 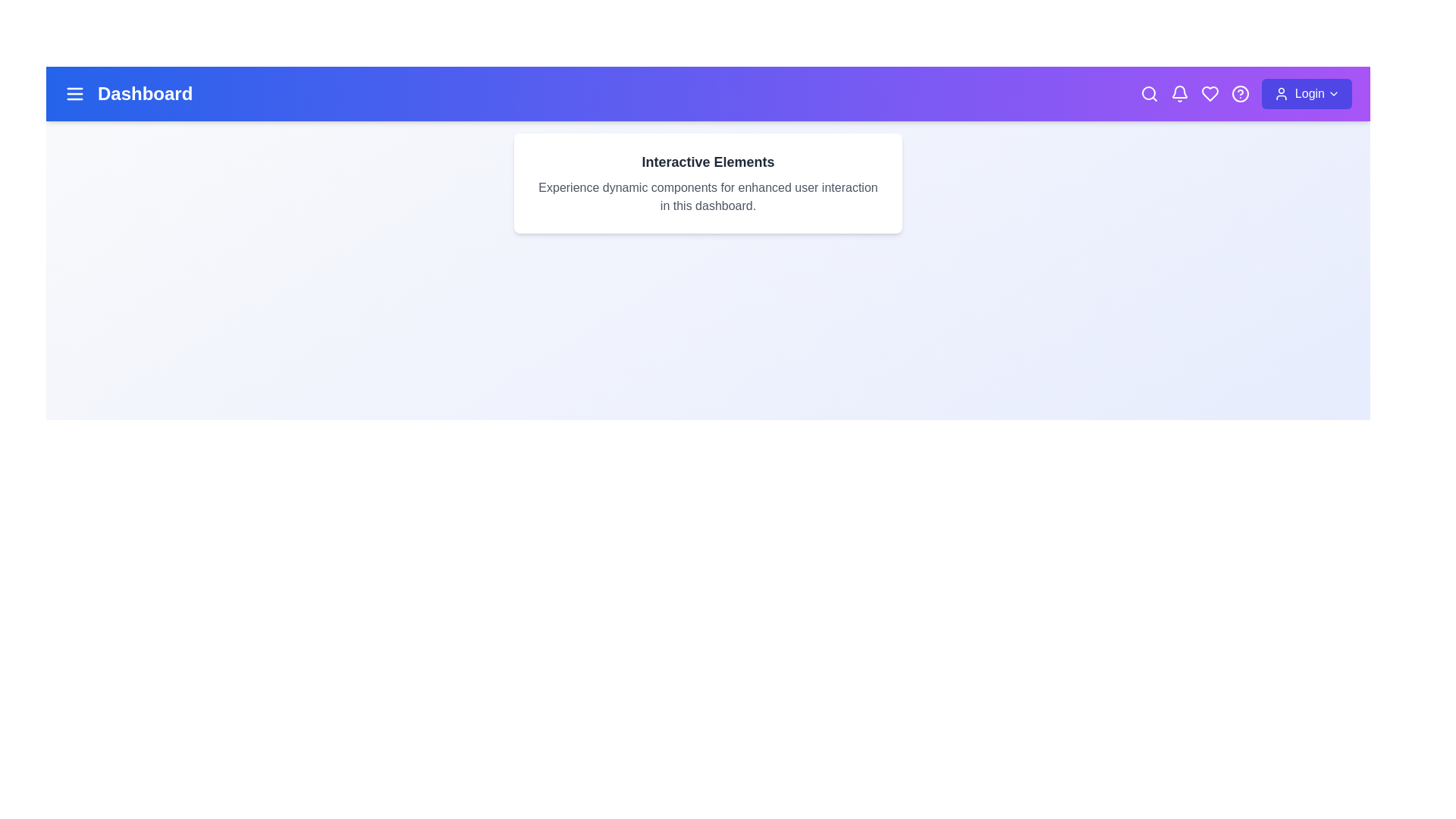 What do you see at coordinates (1149, 93) in the screenshot?
I see `the search icon to activate the search functionality` at bounding box center [1149, 93].